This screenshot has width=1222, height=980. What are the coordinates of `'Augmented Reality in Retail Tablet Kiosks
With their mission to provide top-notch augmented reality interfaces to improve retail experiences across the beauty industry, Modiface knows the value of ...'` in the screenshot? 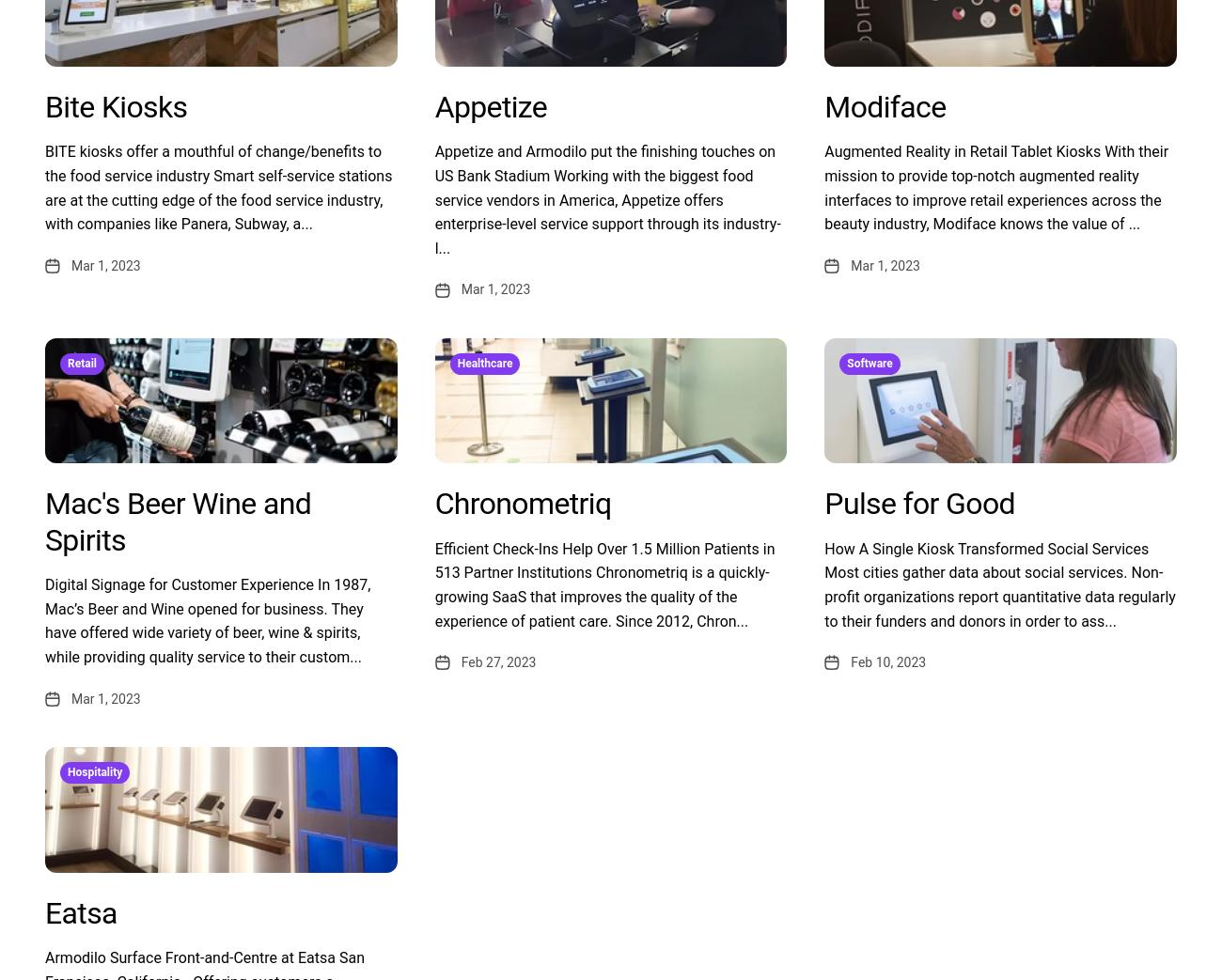 It's located at (822, 187).